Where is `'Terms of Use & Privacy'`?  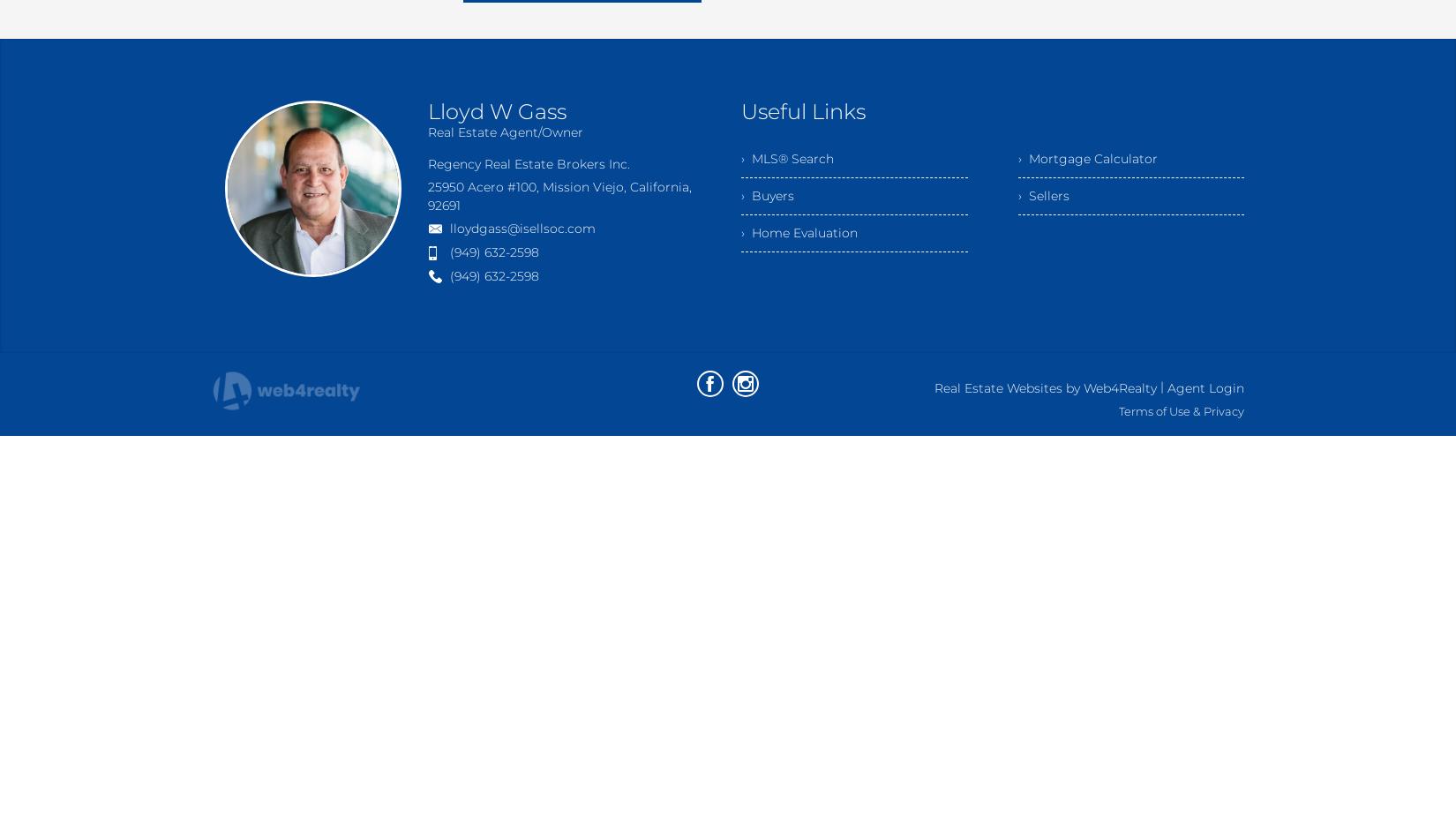 'Terms of Use & Privacy' is located at coordinates (1180, 409).